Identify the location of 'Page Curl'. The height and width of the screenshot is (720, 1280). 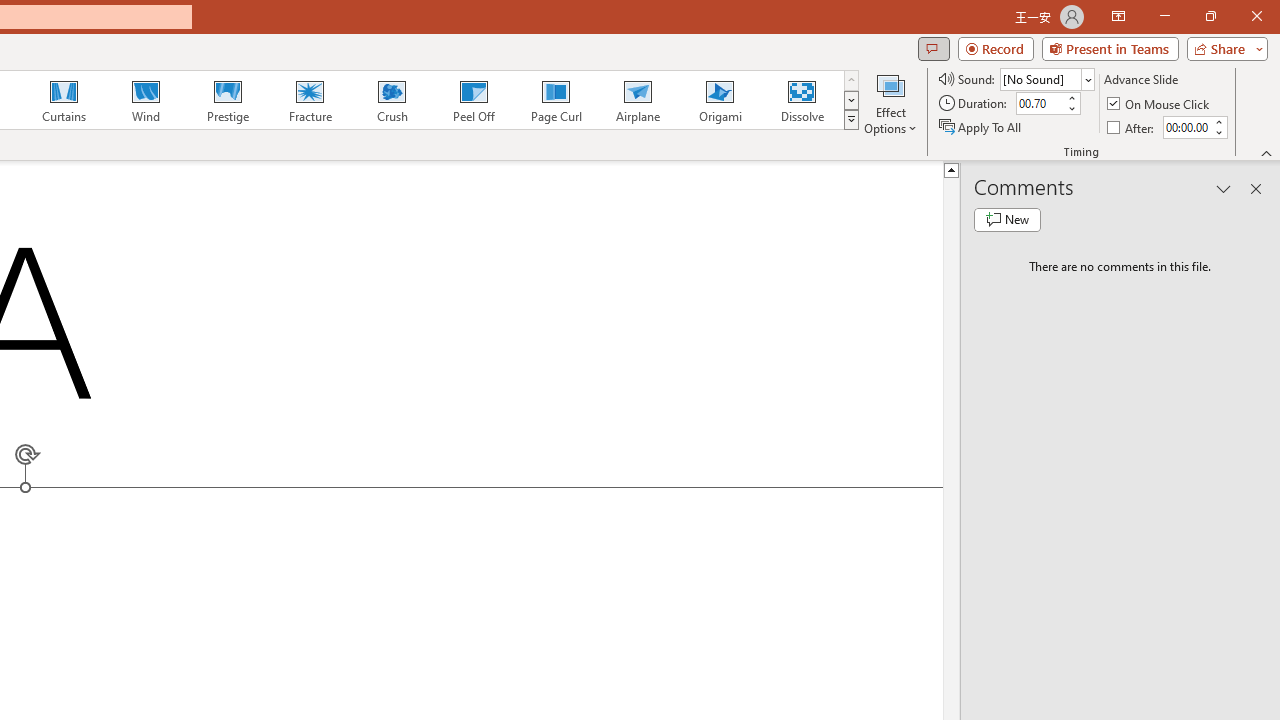
(555, 100).